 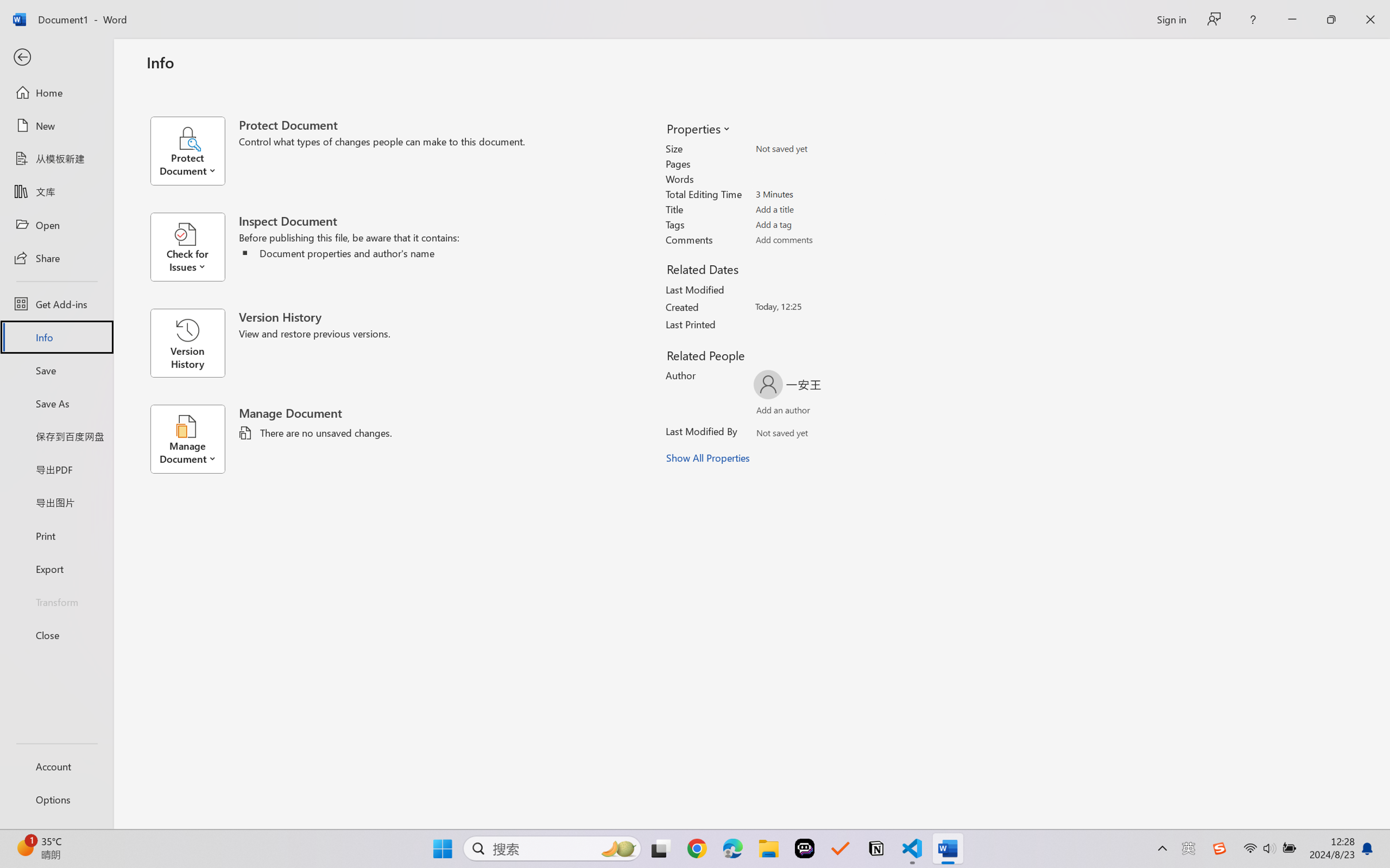 What do you see at coordinates (1170, 19) in the screenshot?
I see `'Sign in'` at bounding box center [1170, 19].